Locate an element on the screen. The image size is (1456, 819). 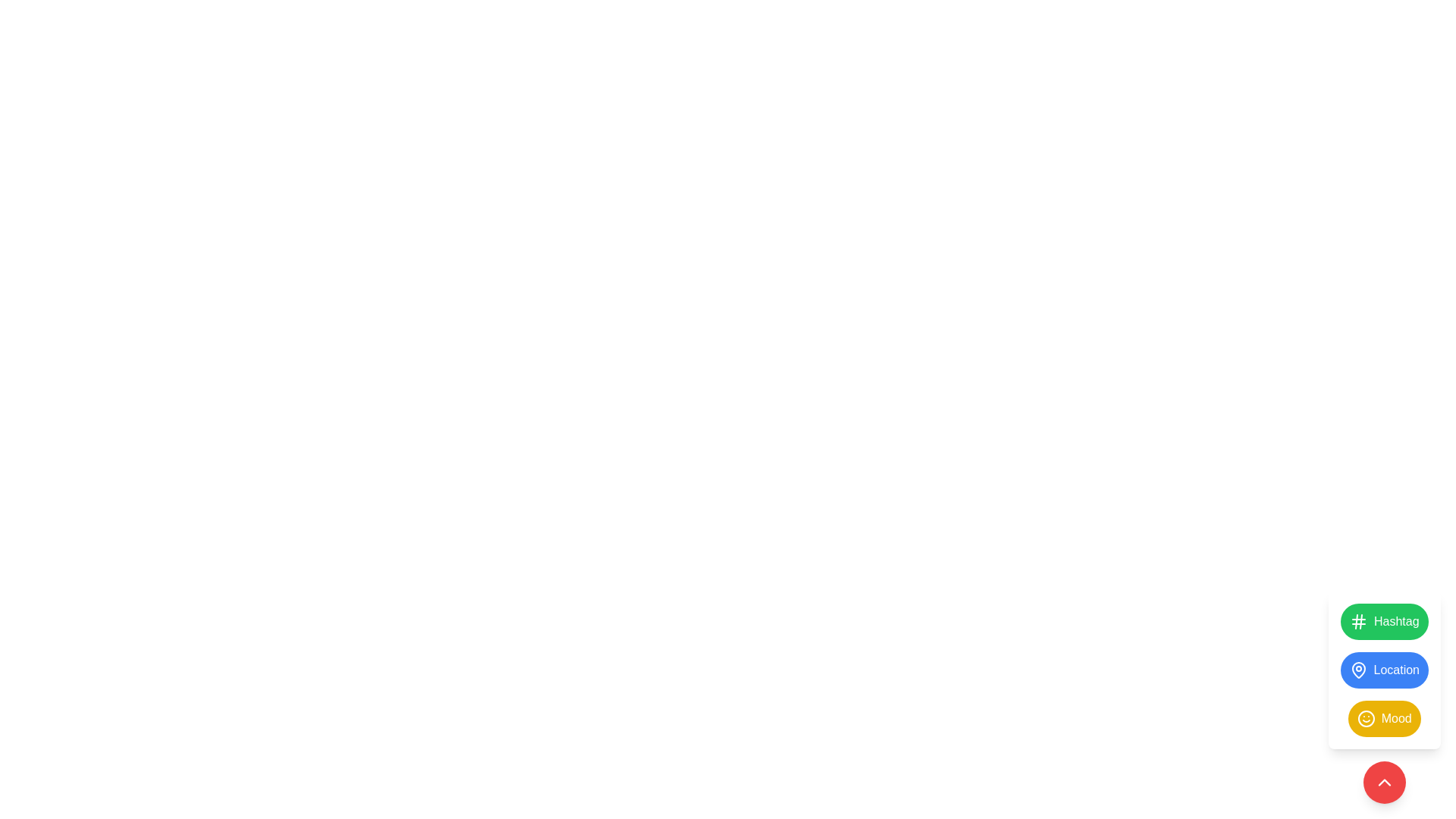
the green button labeled 'Hashtag' is located at coordinates (1384, 622).